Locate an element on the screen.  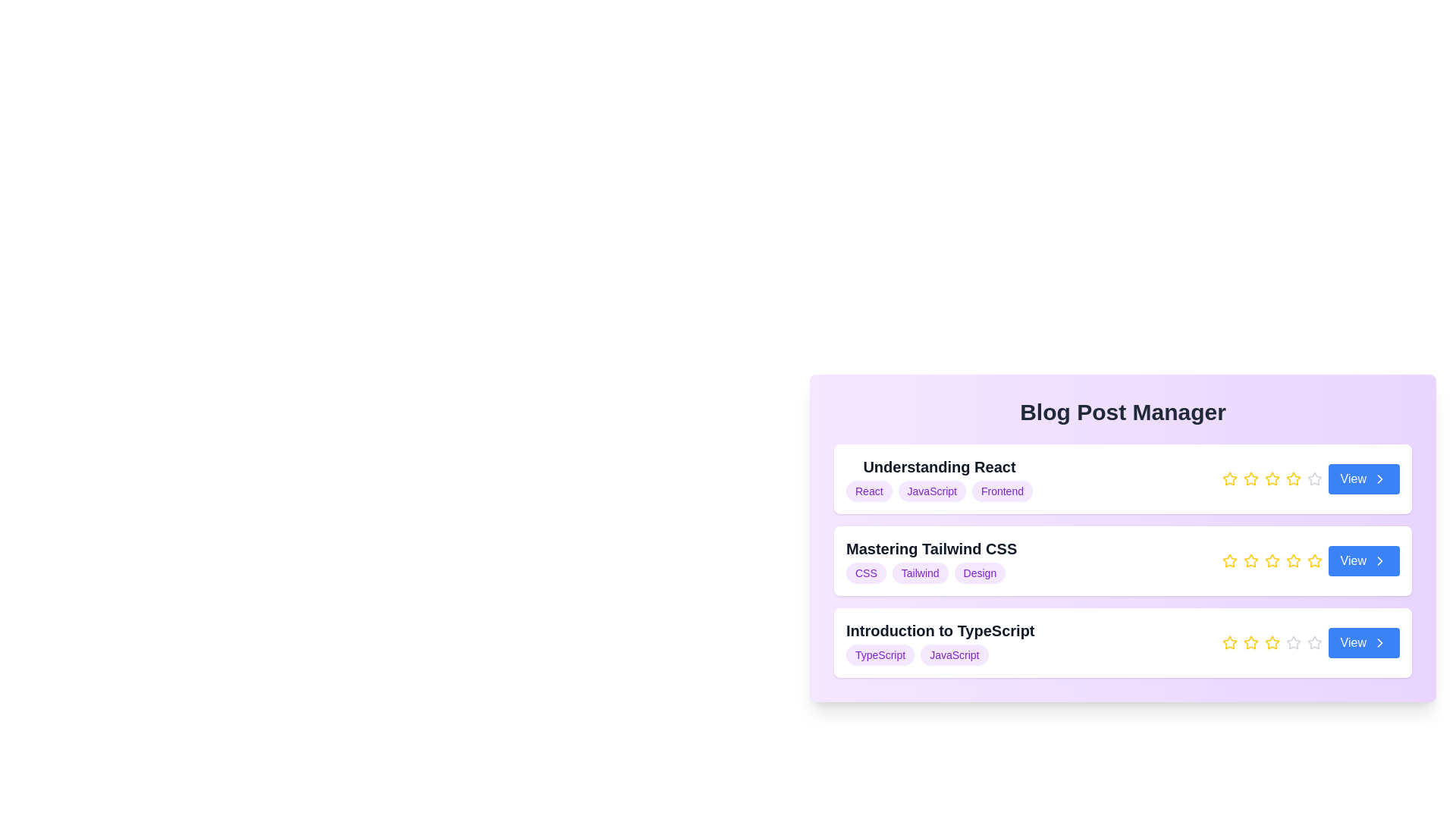
the fourth star icon with a hollow yellow border and white fill in the rating row under the 'Understanding React' blog post is located at coordinates (1272, 479).